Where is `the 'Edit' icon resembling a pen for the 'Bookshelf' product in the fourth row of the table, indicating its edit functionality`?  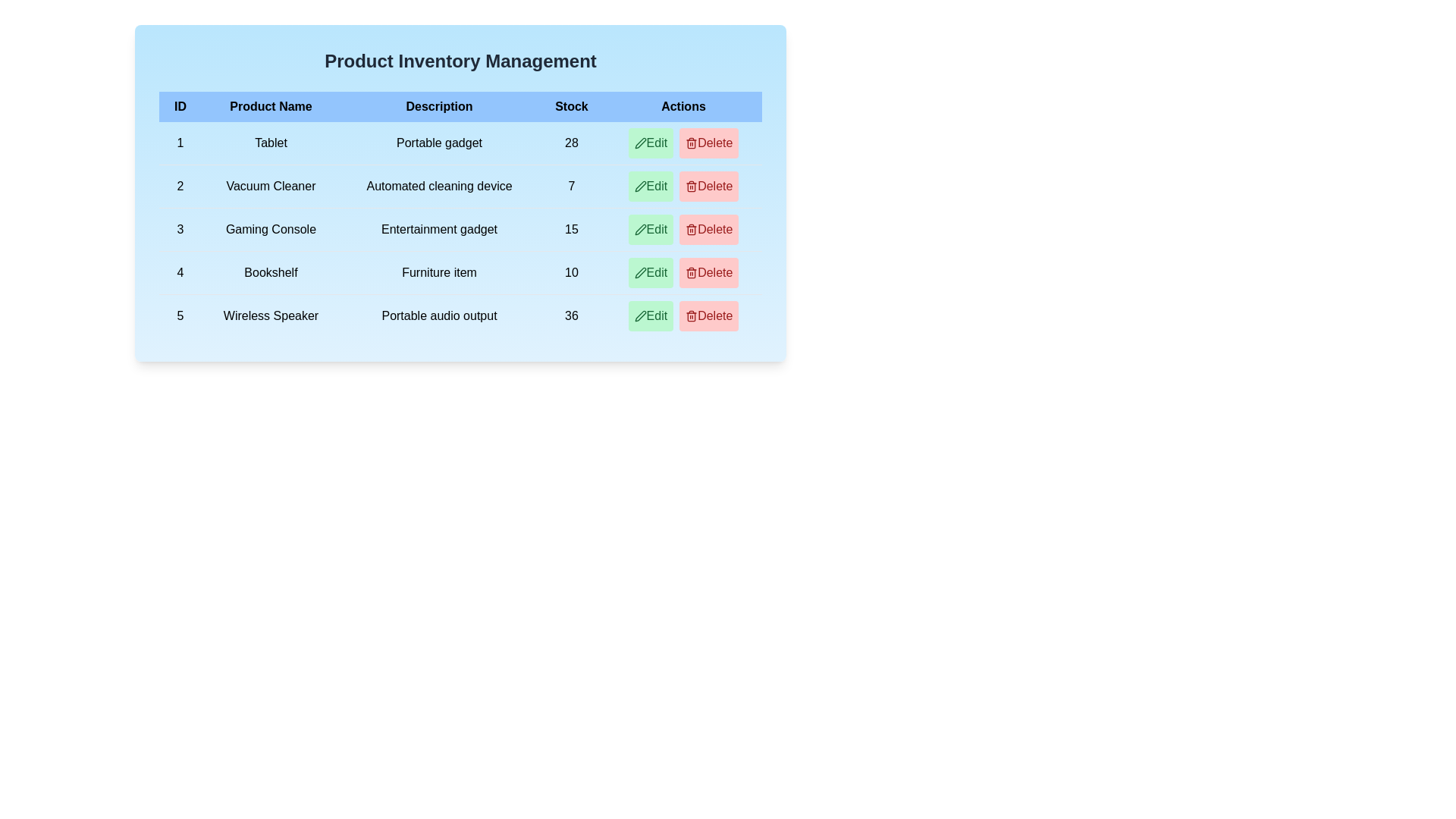 the 'Edit' icon resembling a pen for the 'Bookshelf' product in the fourth row of the table, indicating its edit functionality is located at coordinates (640, 271).